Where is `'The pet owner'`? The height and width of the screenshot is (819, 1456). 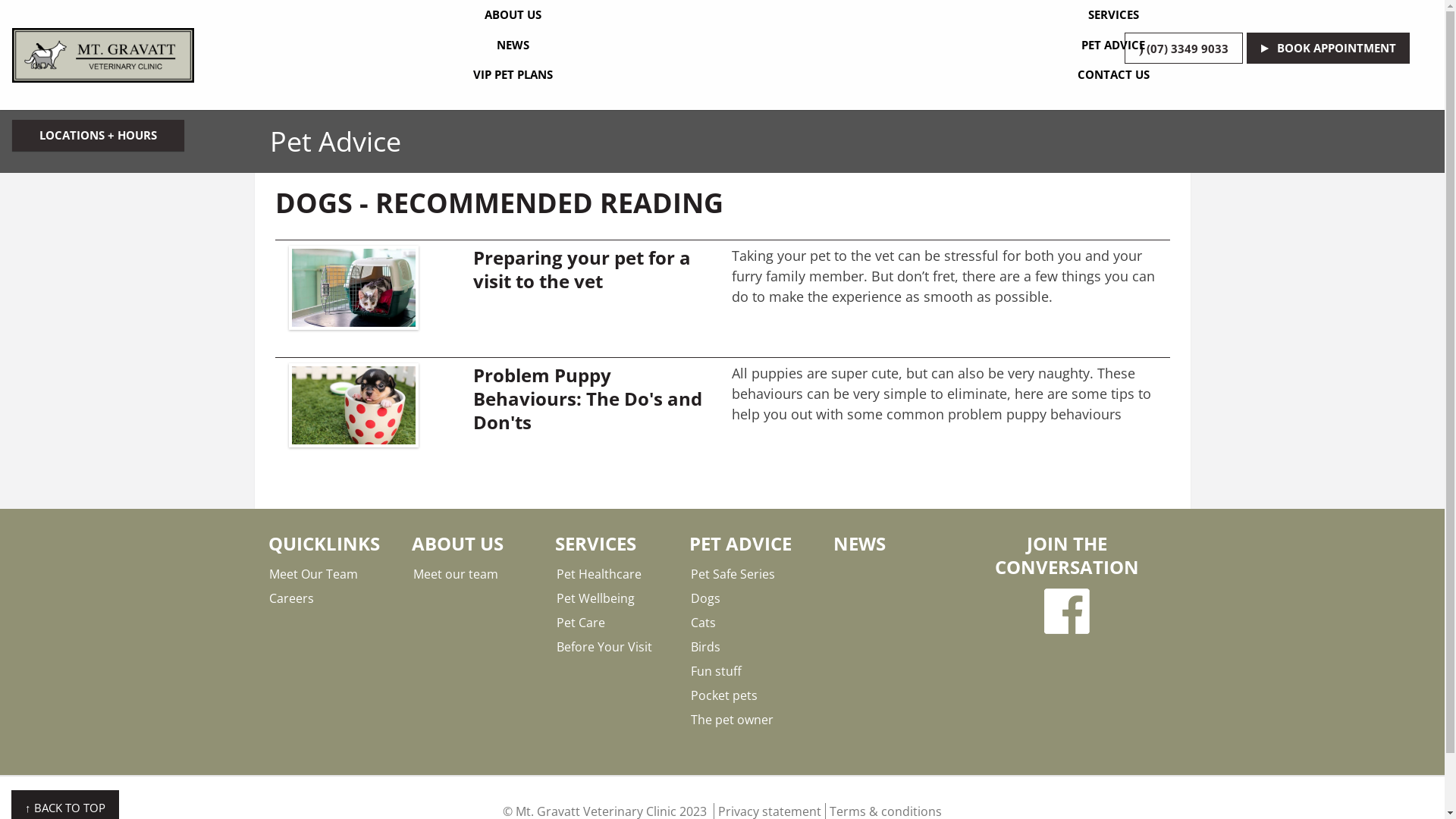 'The pet owner' is located at coordinates (690, 718).